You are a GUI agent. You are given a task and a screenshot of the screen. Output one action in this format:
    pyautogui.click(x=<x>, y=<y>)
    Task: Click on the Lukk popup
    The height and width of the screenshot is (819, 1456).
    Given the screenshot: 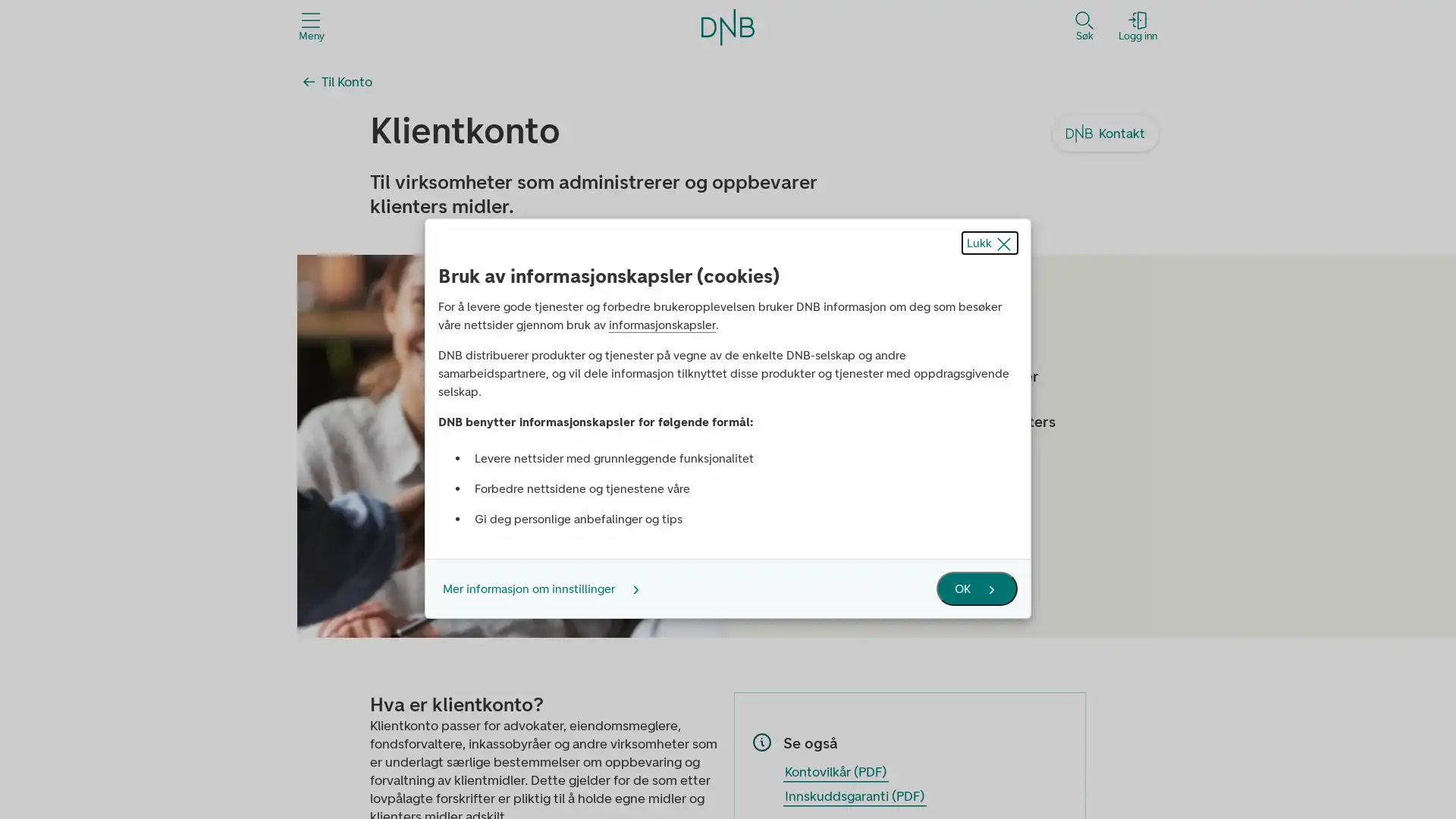 What is the action you would take?
    pyautogui.click(x=990, y=241)
    